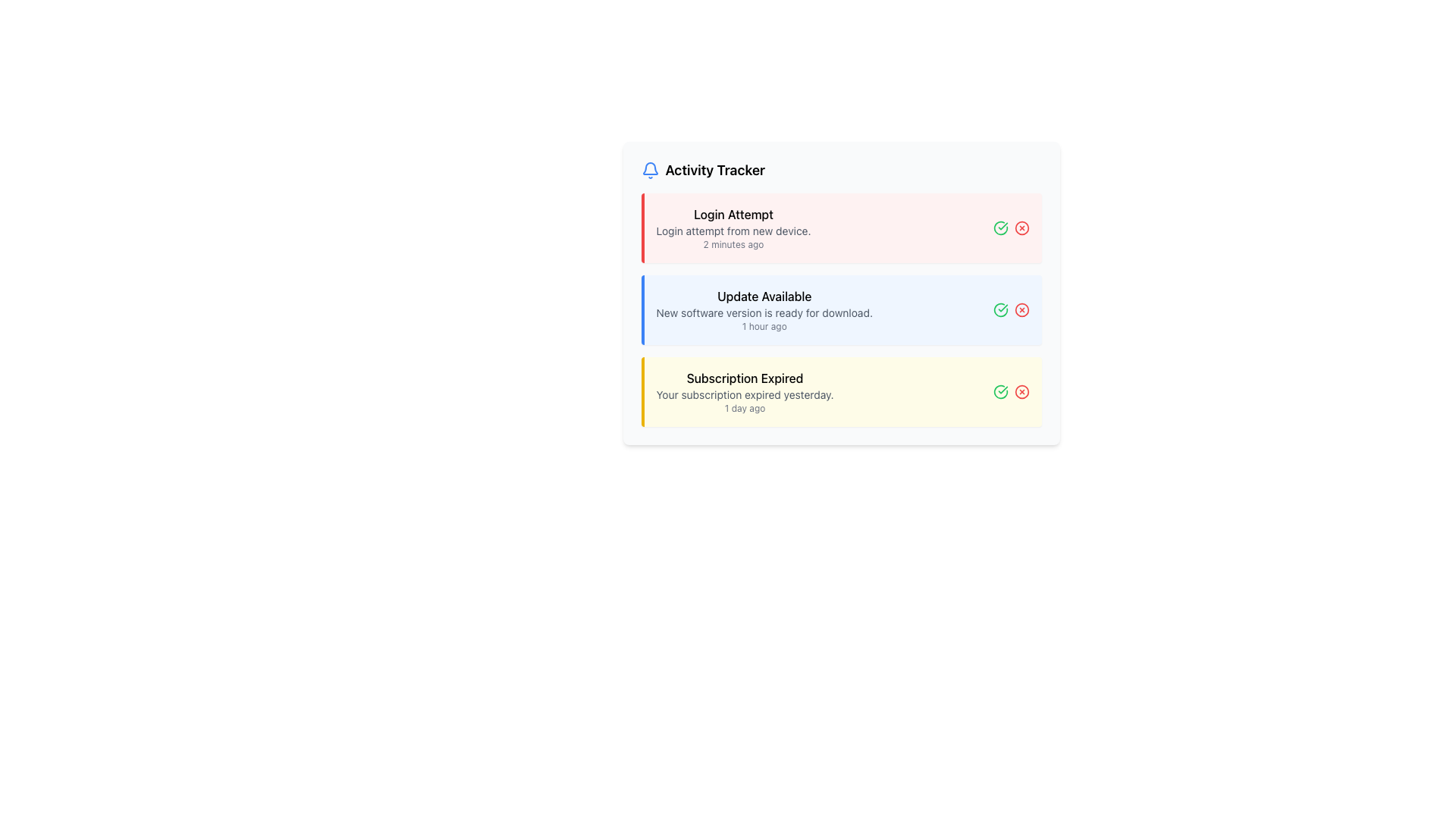  What do you see at coordinates (840, 309) in the screenshot?
I see `keyboard navigation` at bounding box center [840, 309].